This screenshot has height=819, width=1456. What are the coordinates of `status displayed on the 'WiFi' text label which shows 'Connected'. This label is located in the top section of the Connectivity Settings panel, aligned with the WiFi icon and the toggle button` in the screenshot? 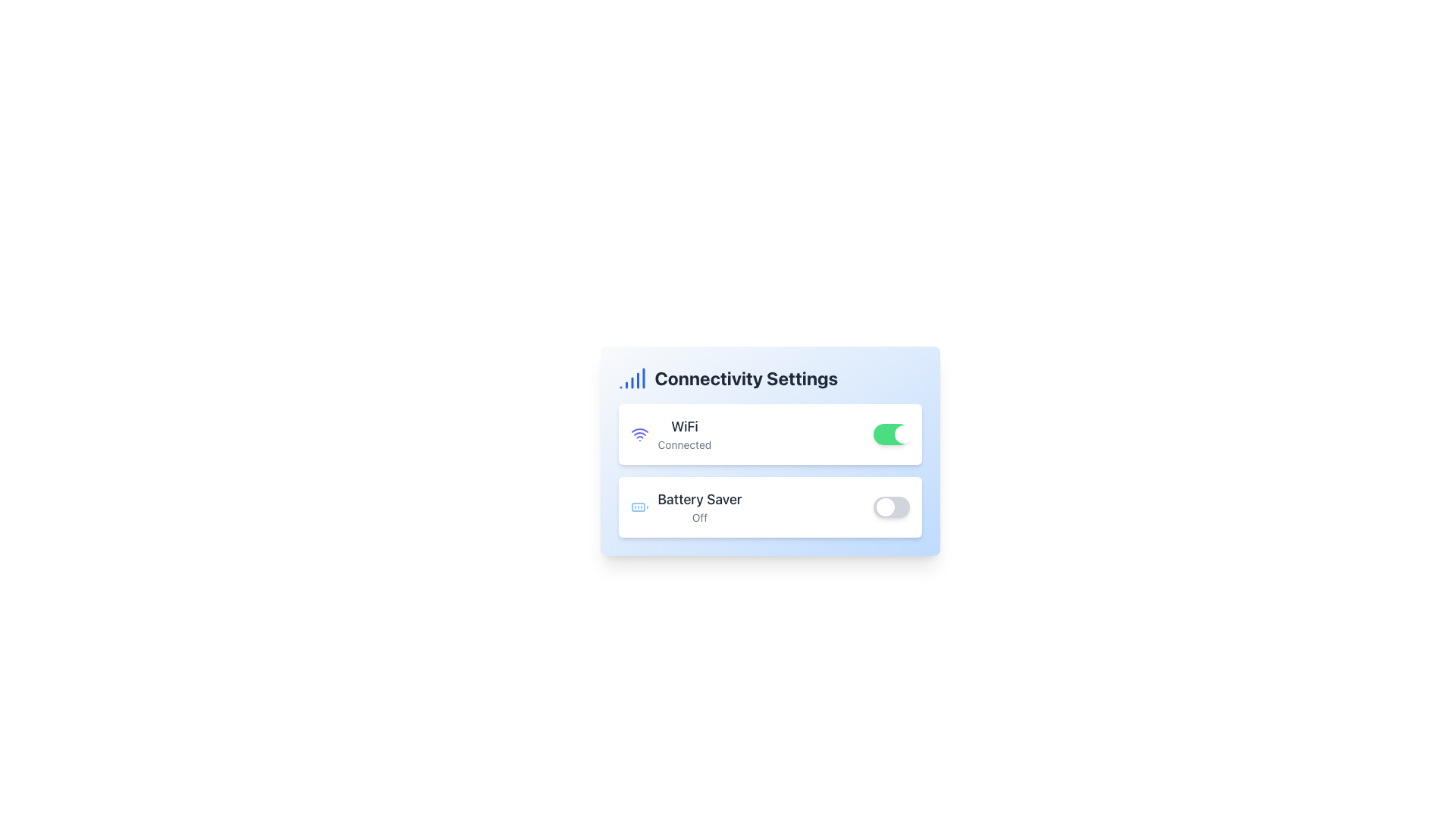 It's located at (683, 435).